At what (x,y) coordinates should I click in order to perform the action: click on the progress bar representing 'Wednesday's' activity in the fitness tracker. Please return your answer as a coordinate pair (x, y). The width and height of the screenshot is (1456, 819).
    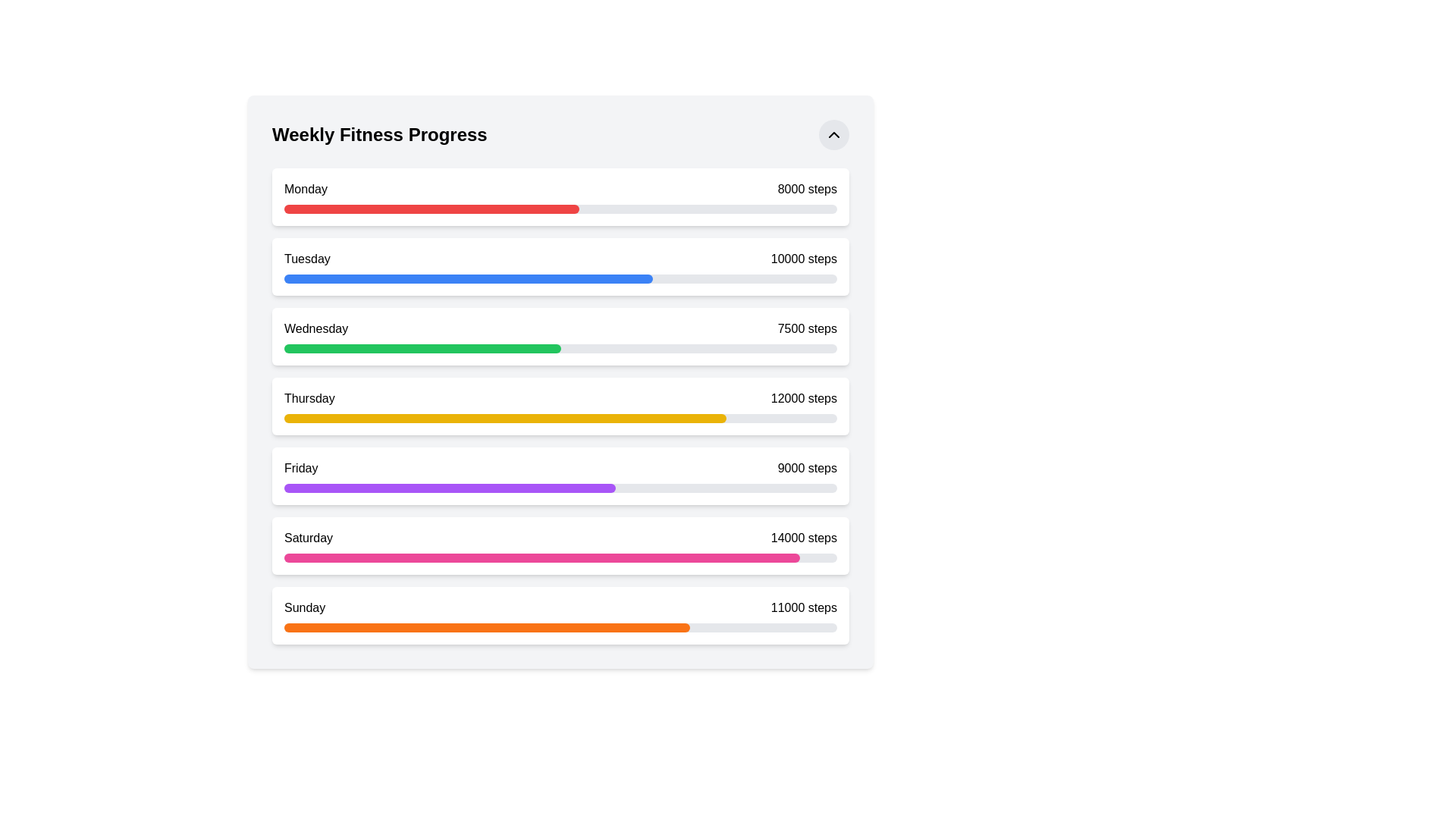
    Looking at the image, I should click on (560, 348).